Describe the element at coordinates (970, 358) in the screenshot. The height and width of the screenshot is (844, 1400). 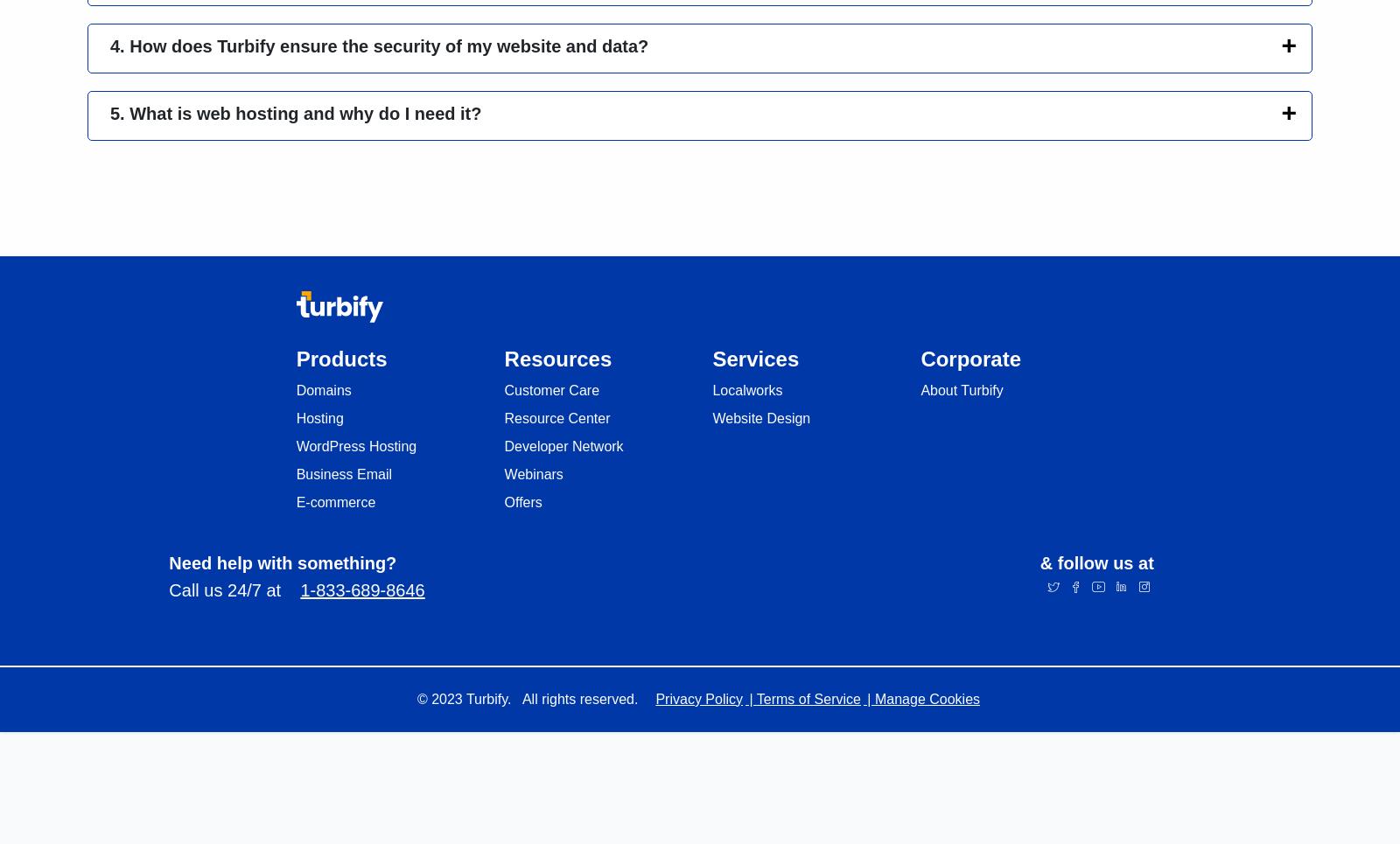
I see `'Corporate'` at that location.